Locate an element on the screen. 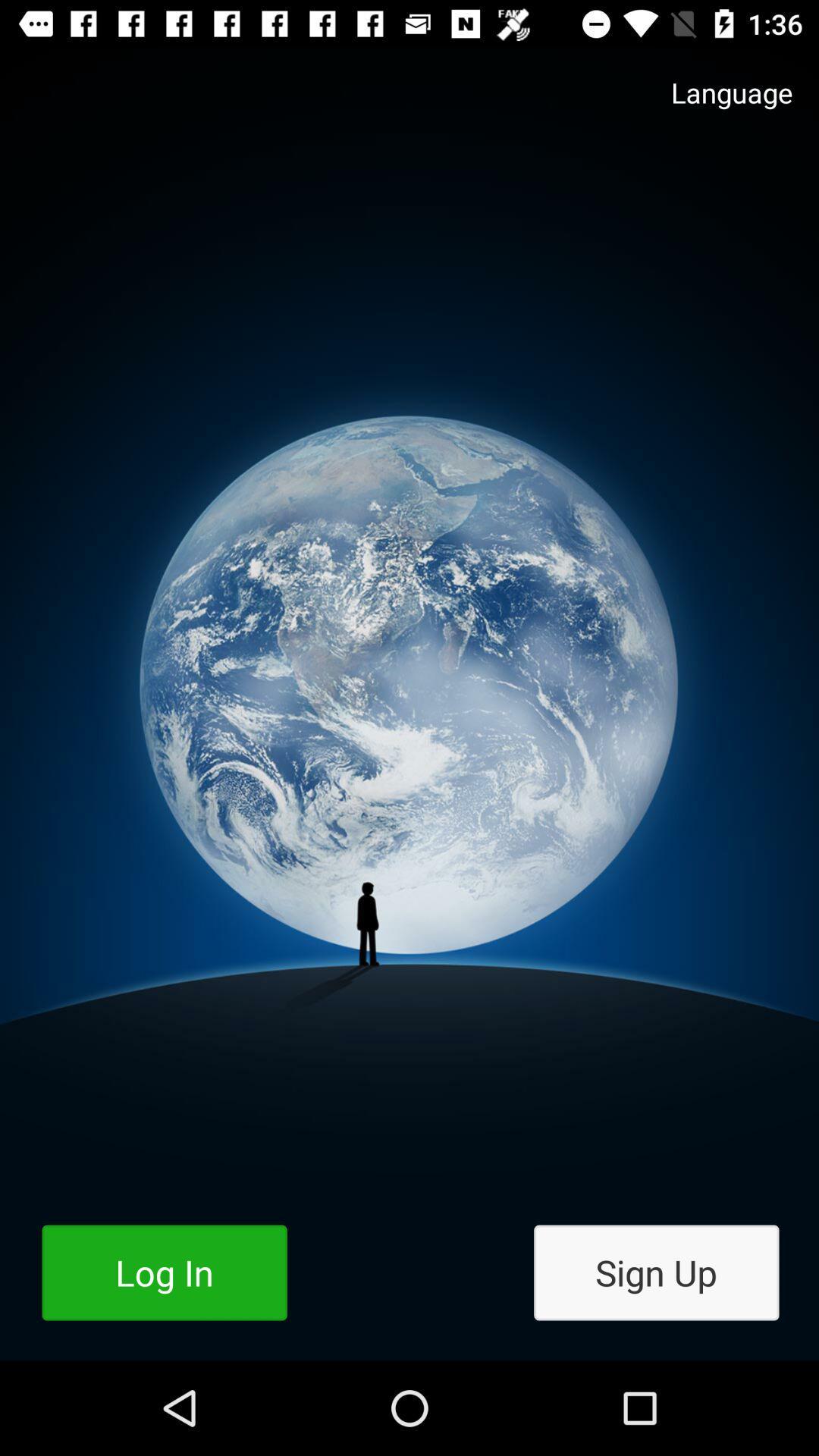 The image size is (819, 1456). the button next to sign up button is located at coordinates (165, 1272).